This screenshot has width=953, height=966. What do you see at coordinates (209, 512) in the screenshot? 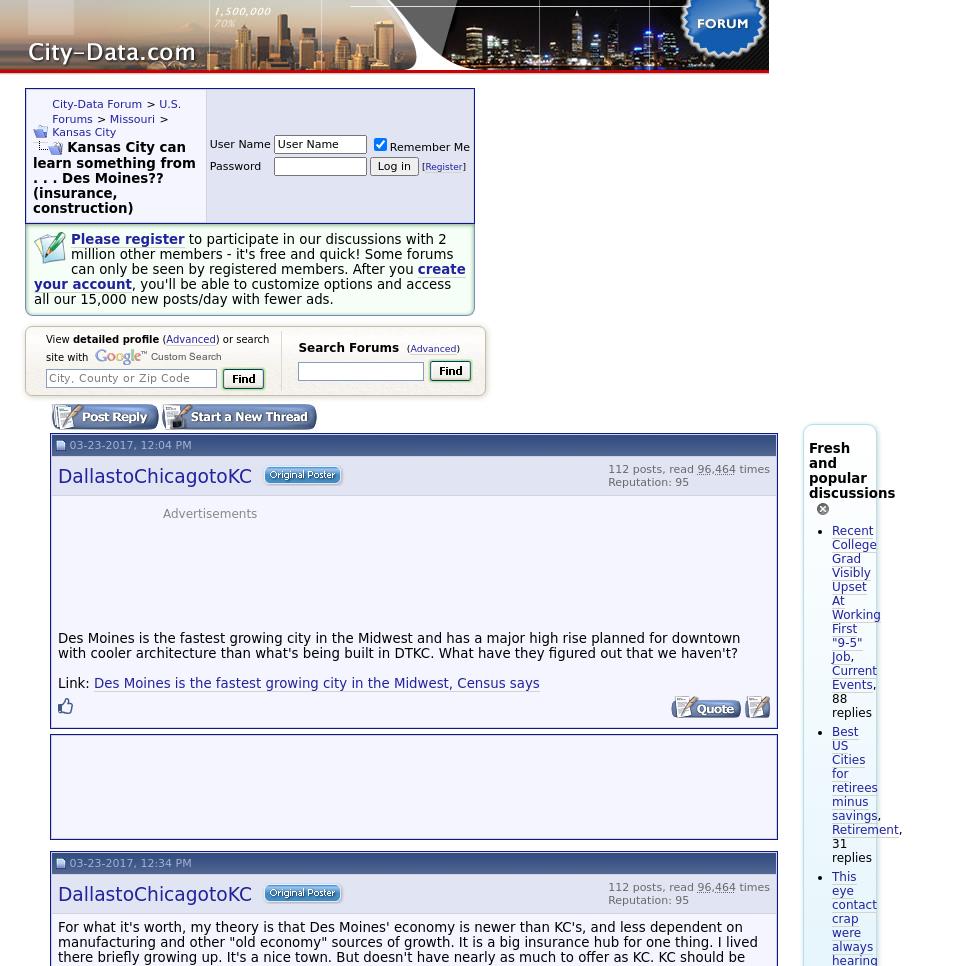
I see `'Advertisements'` at bounding box center [209, 512].